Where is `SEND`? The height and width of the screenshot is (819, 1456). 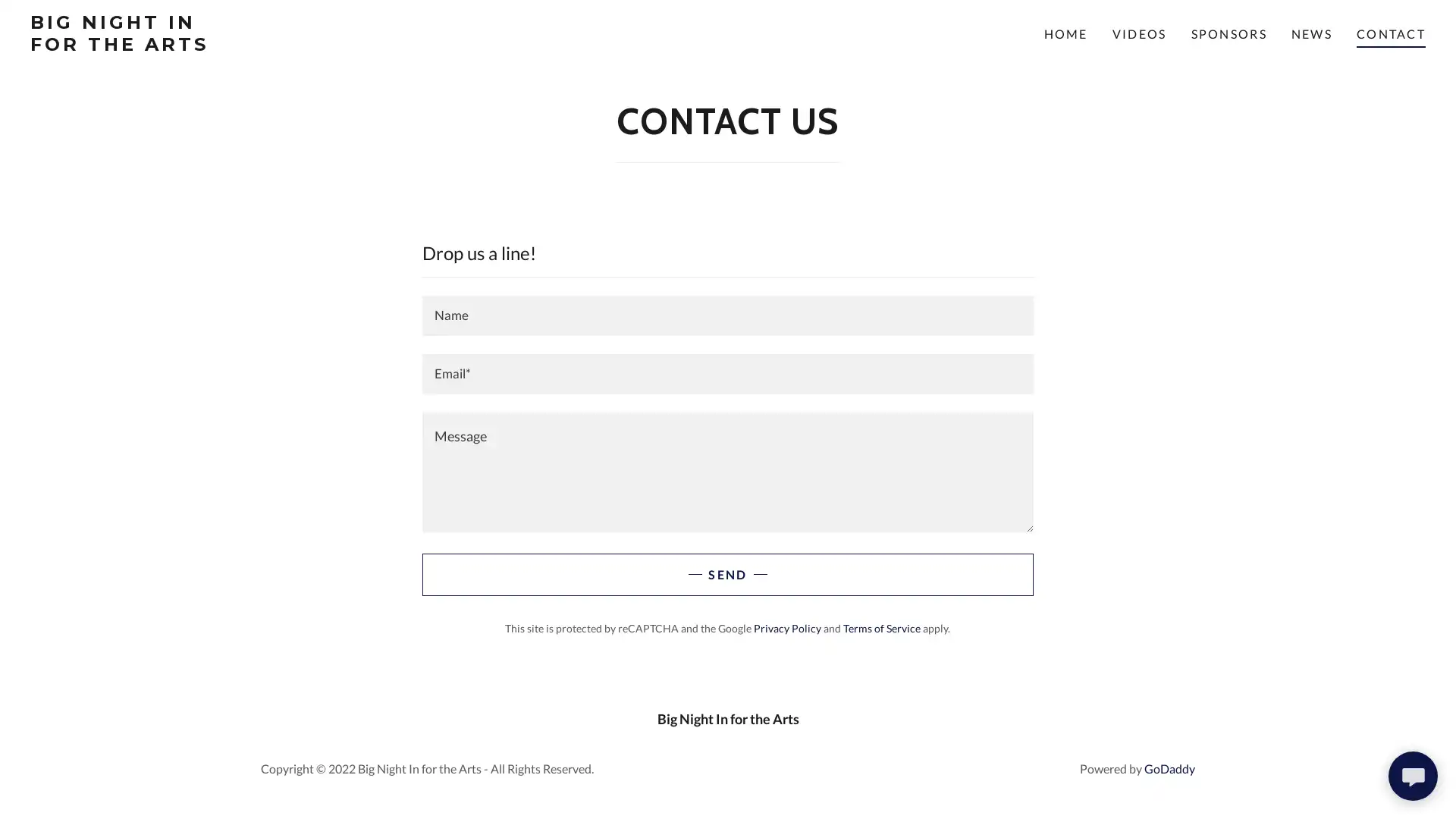
SEND is located at coordinates (726, 575).